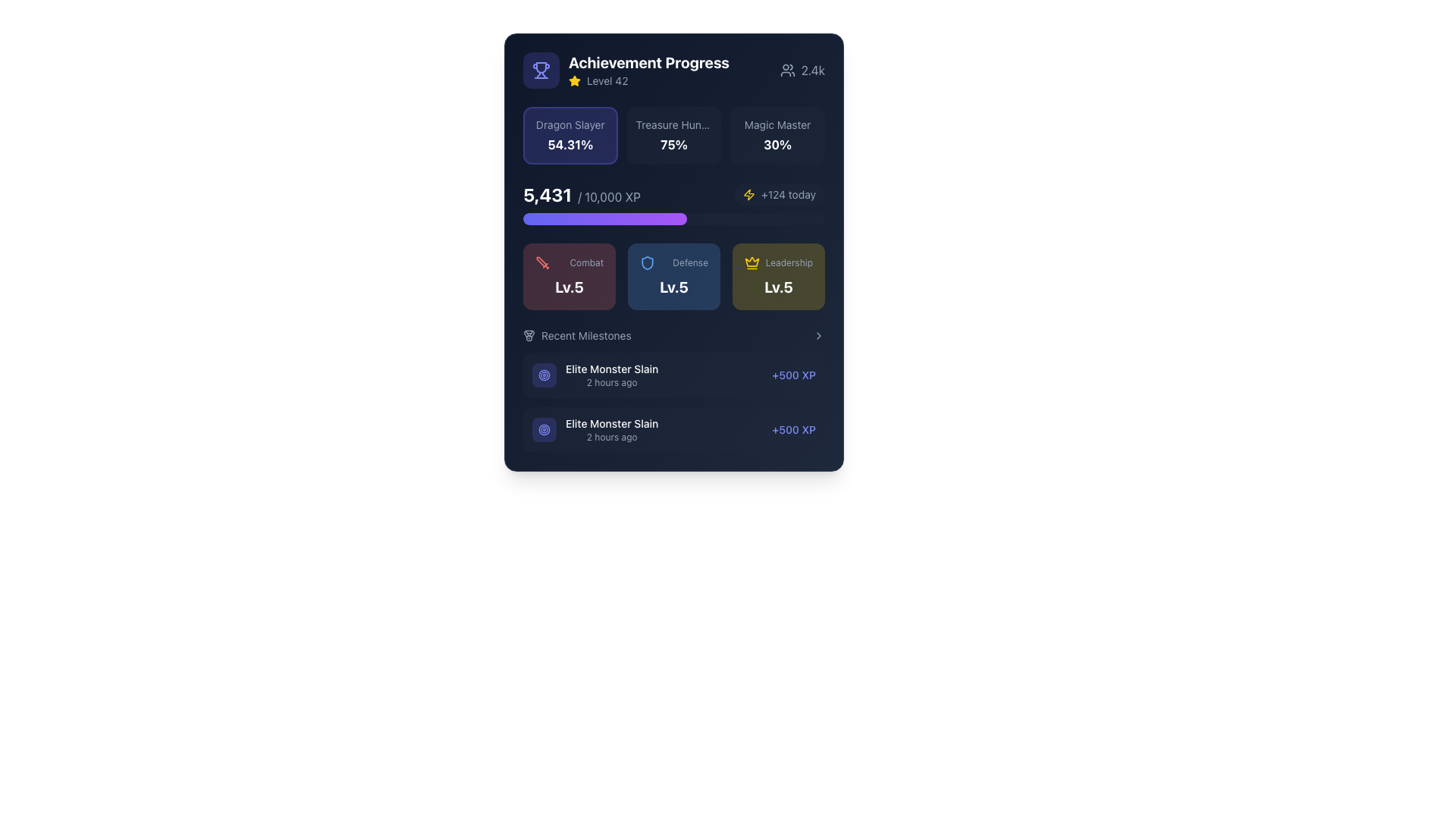 Image resolution: width=1456 pixels, height=819 pixels. What do you see at coordinates (673, 145) in the screenshot?
I see `the numeric text display label showing '75%' which is styled in a bold white font on a dark background, located directly below the 'Treasure Hunter' heading in the Achievement Progress section` at bounding box center [673, 145].